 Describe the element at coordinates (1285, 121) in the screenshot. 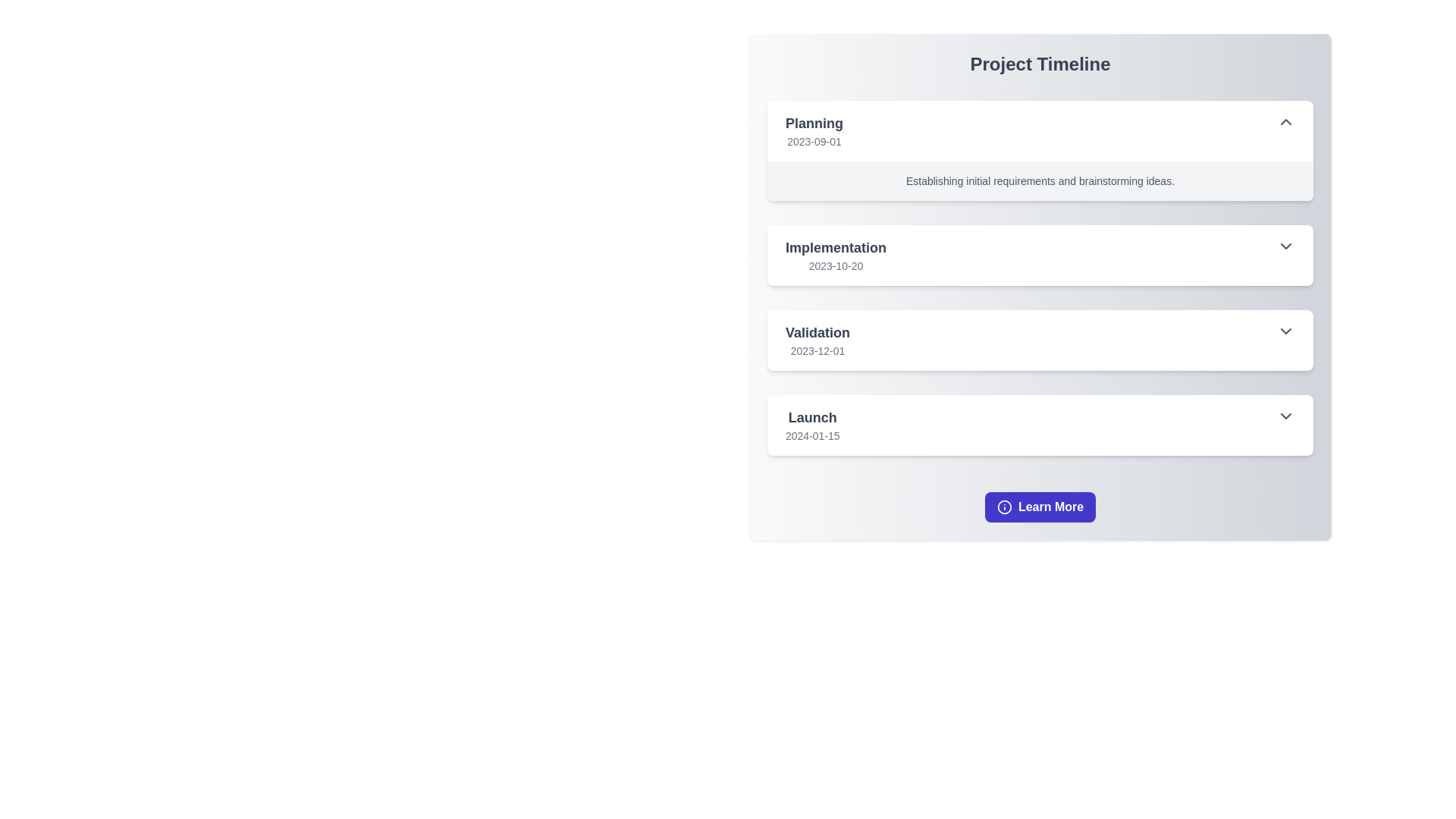

I see `the chevron up button located on the far right side of the 'Planning' item row within the 'Project Timeline' section` at that location.